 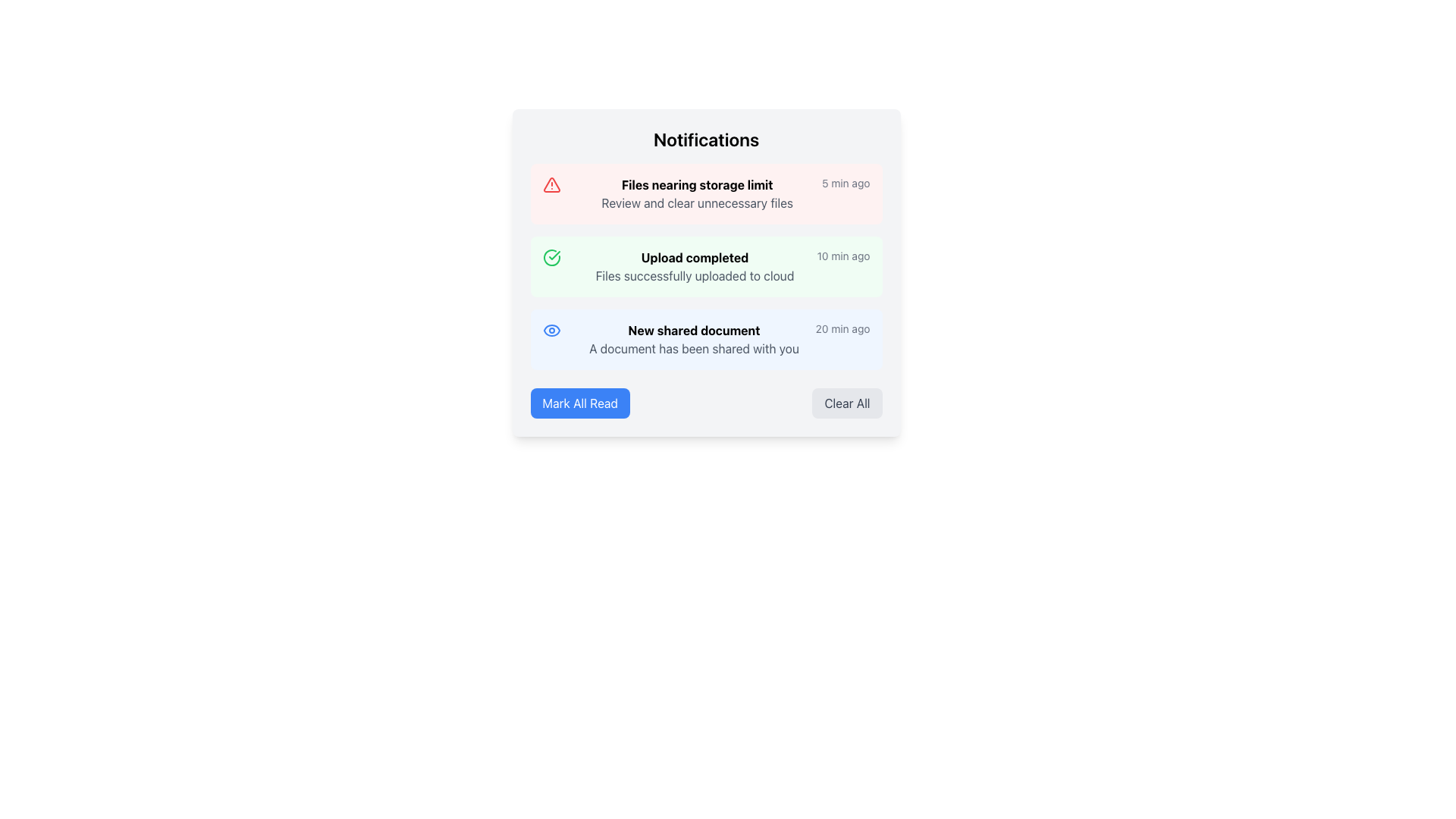 What do you see at coordinates (694, 275) in the screenshot?
I see `text label stating 'Files successfully uploaded to cloud', which is located below the bold text 'Upload completed' in the notifications panel` at bounding box center [694, 275].